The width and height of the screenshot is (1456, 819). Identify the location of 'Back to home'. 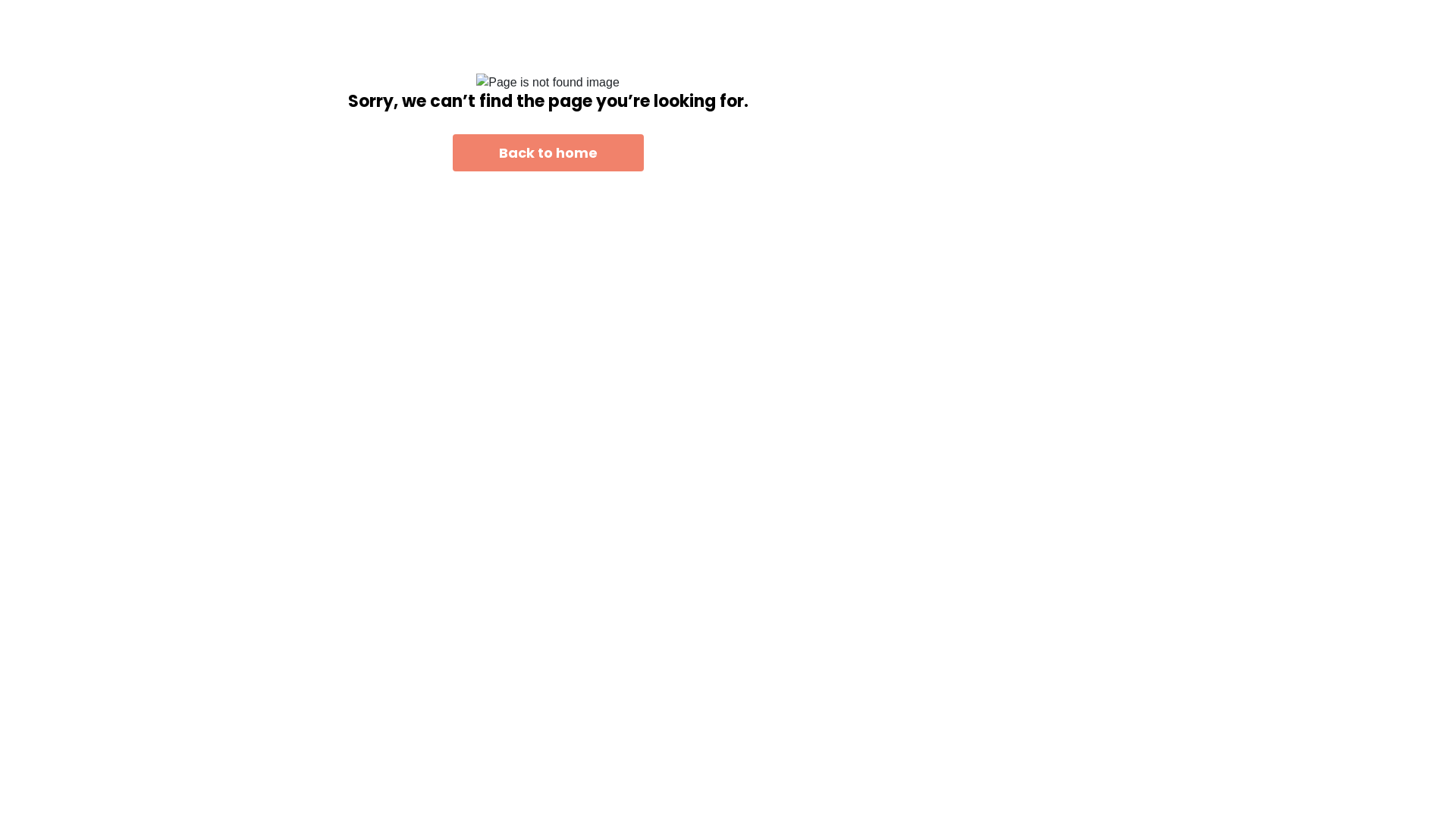
(546, 152).